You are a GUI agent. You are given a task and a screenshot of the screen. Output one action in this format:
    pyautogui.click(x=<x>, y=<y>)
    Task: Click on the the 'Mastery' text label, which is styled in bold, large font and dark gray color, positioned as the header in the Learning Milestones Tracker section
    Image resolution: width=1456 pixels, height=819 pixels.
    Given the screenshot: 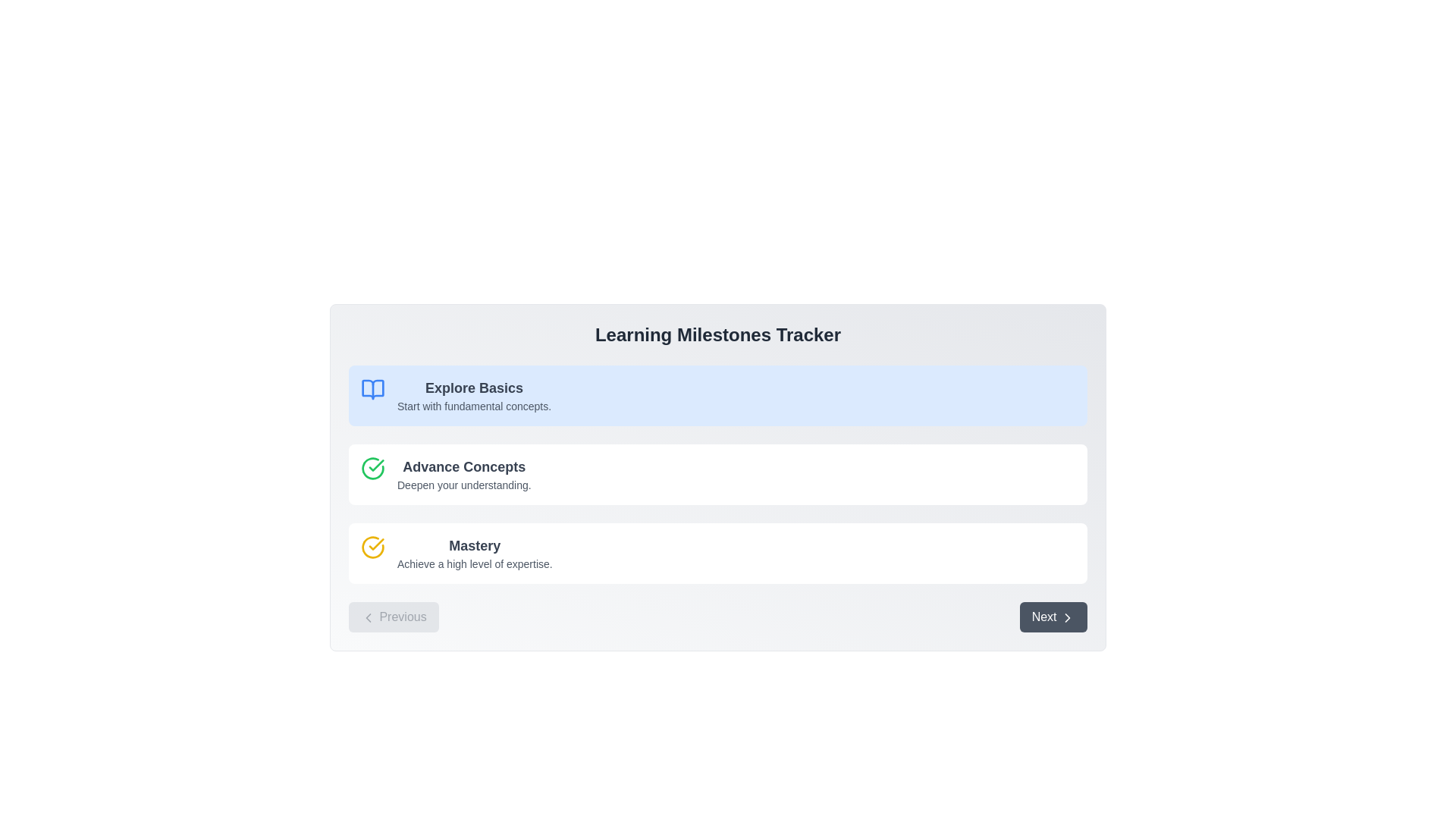 What is the action you would take?
    pyautogui.click(x=474, y=546)
    